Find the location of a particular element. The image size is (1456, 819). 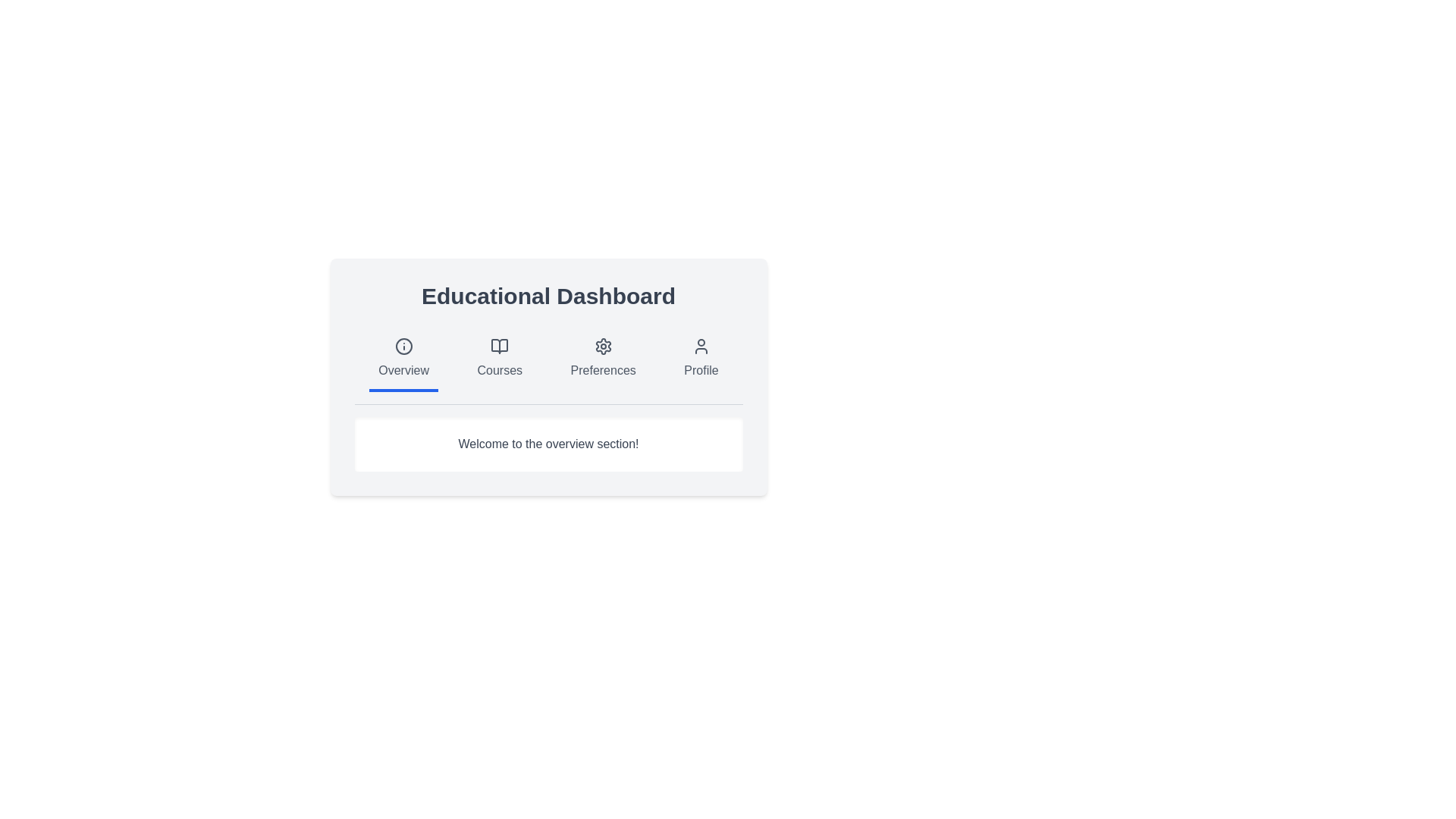

the 'Settings' icon is located at coordinates (602, 346).